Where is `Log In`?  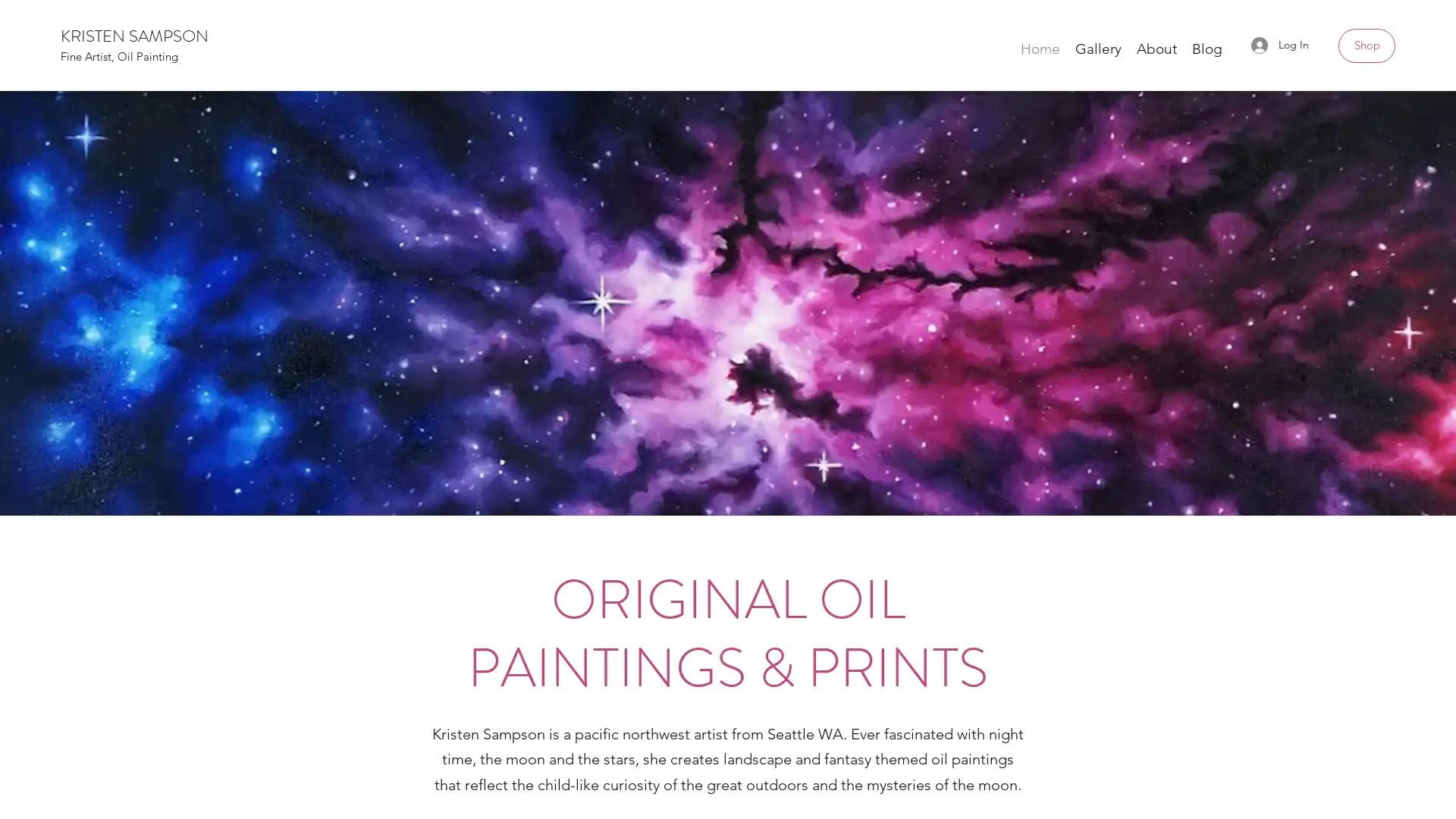
Log In is located at coordinates (1279, 44).